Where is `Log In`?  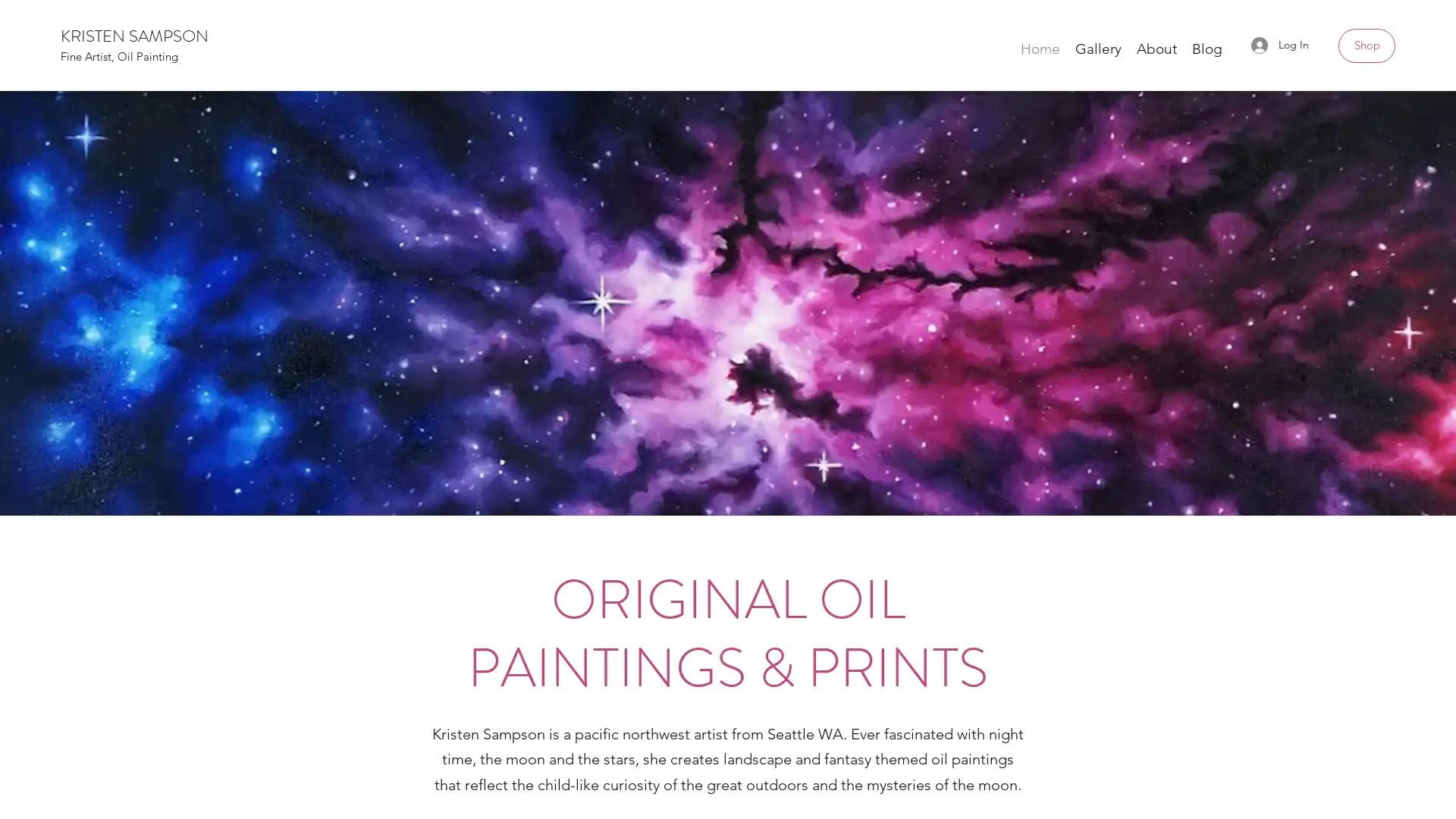
Log In is located at coordinates (1279, 44).